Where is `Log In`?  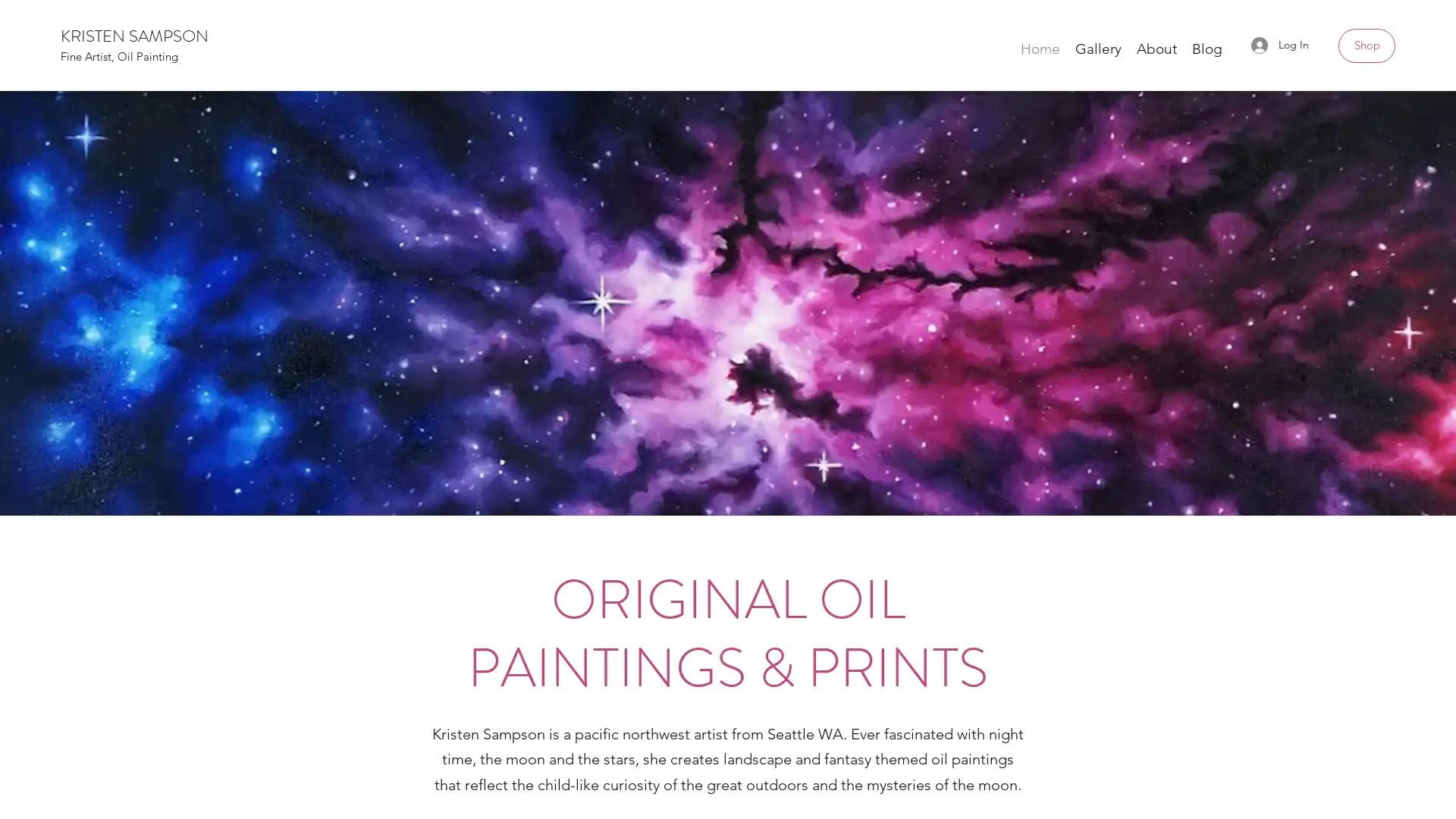
Log In is located at coordinates (1279, 44).